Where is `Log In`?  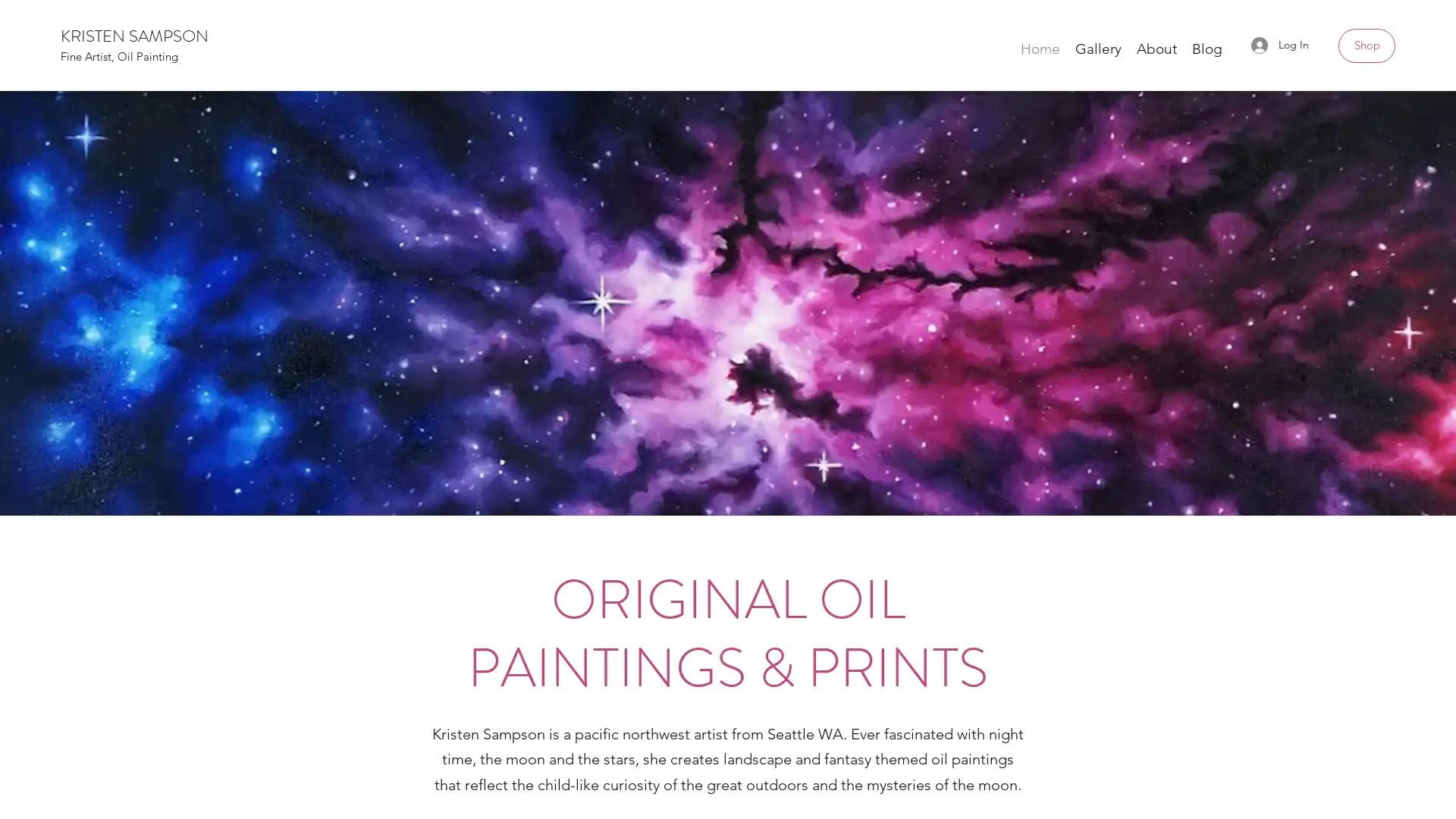
Log In is located at coordinates (1279, 44).